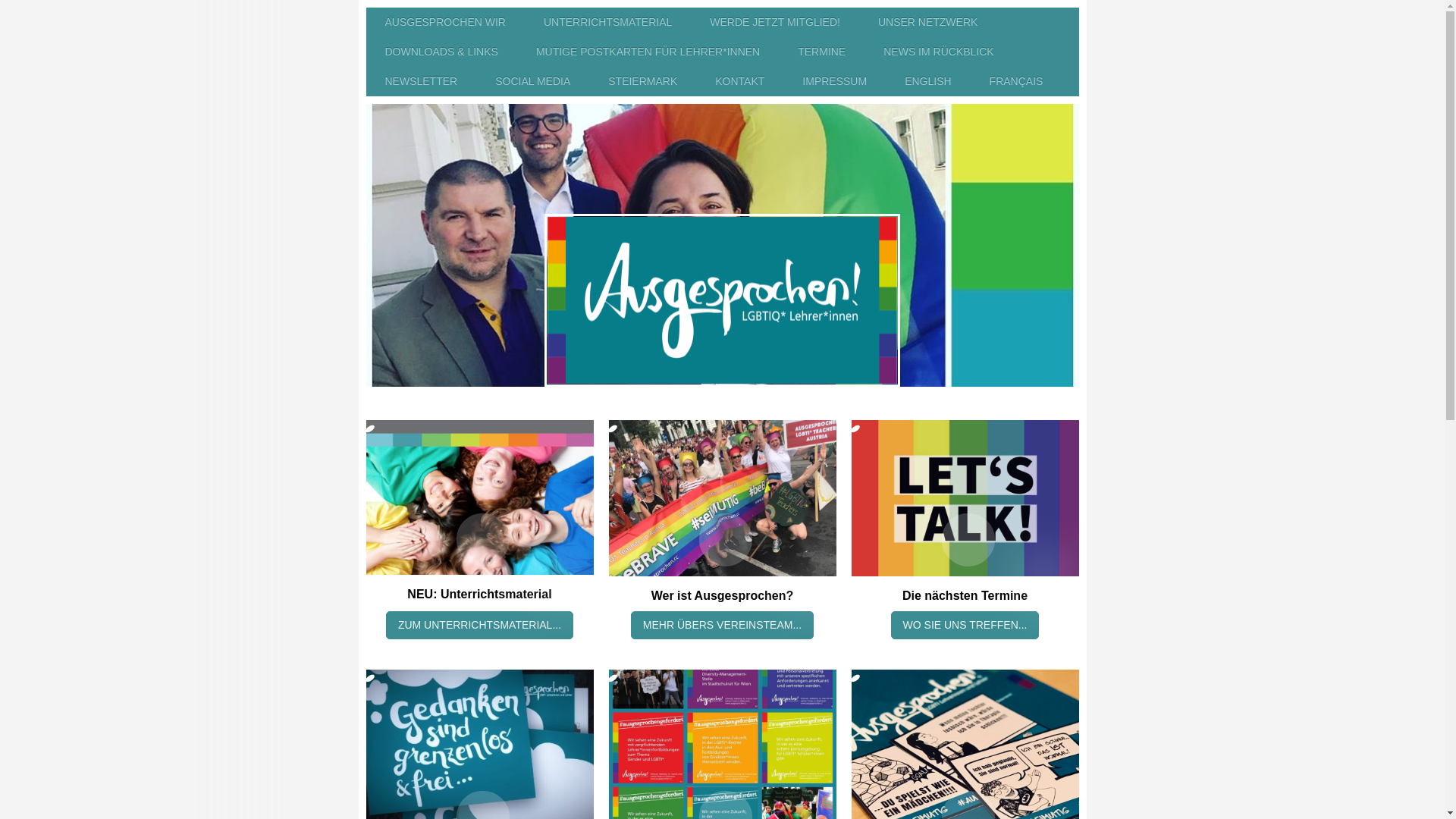  Describe the element at coordinates (421, 81) in the screenshot. I see `'NEWSLETTER'` at that location.